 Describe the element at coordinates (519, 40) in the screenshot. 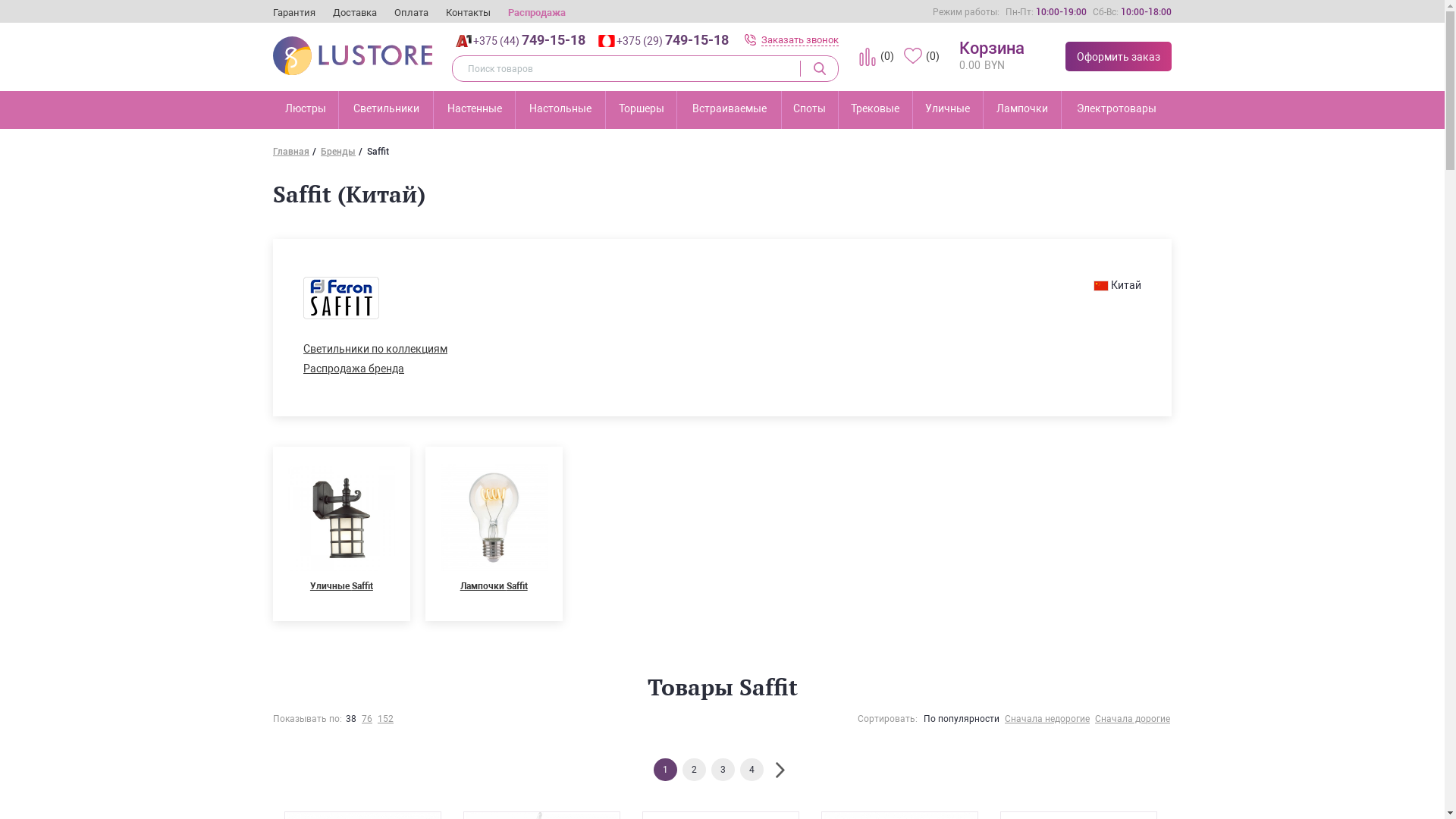

I see `'+375 (44) 749-15-18'` at that location.